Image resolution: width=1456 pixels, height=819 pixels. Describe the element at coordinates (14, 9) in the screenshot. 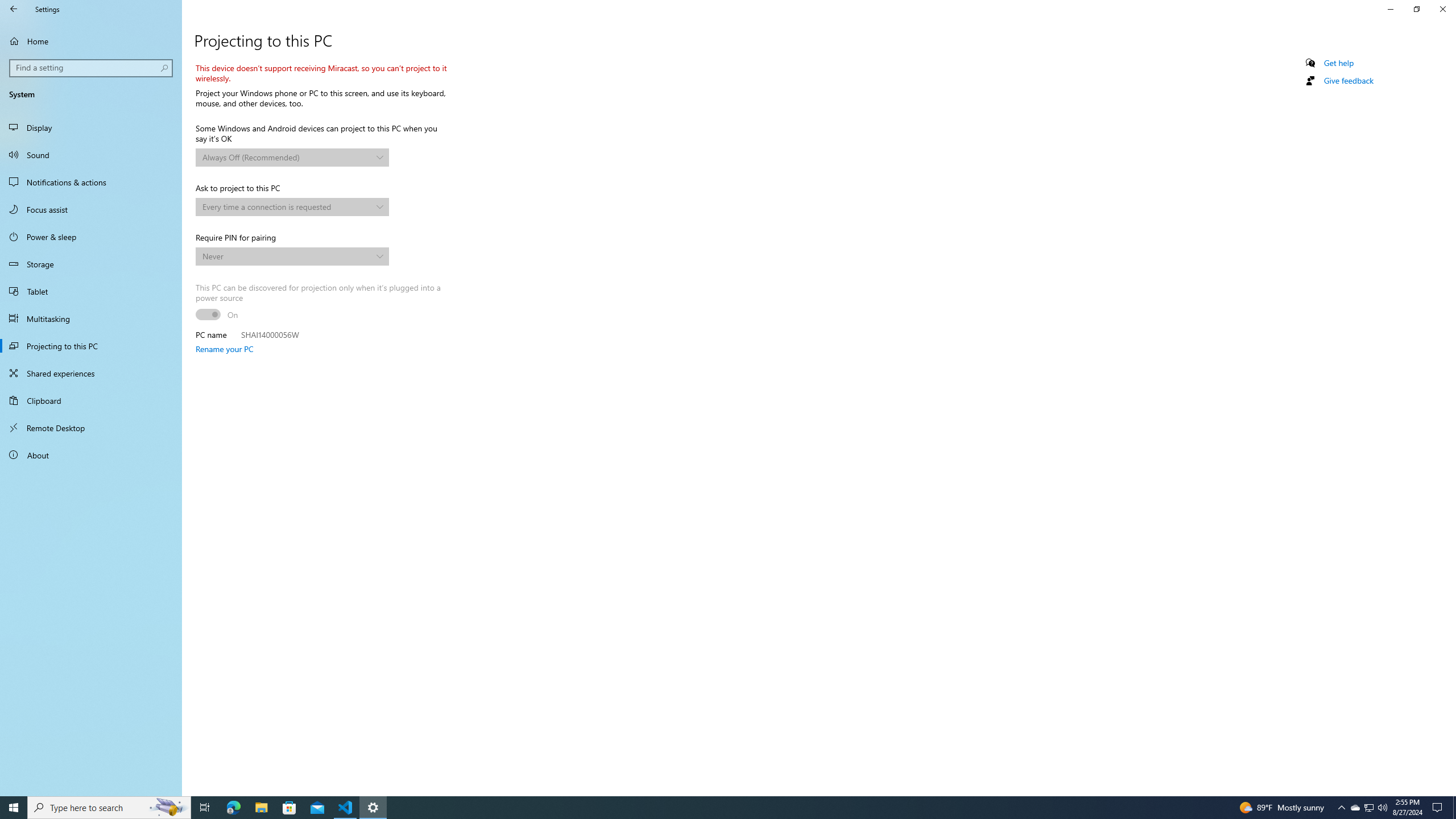

I see `'Back'` at that location.